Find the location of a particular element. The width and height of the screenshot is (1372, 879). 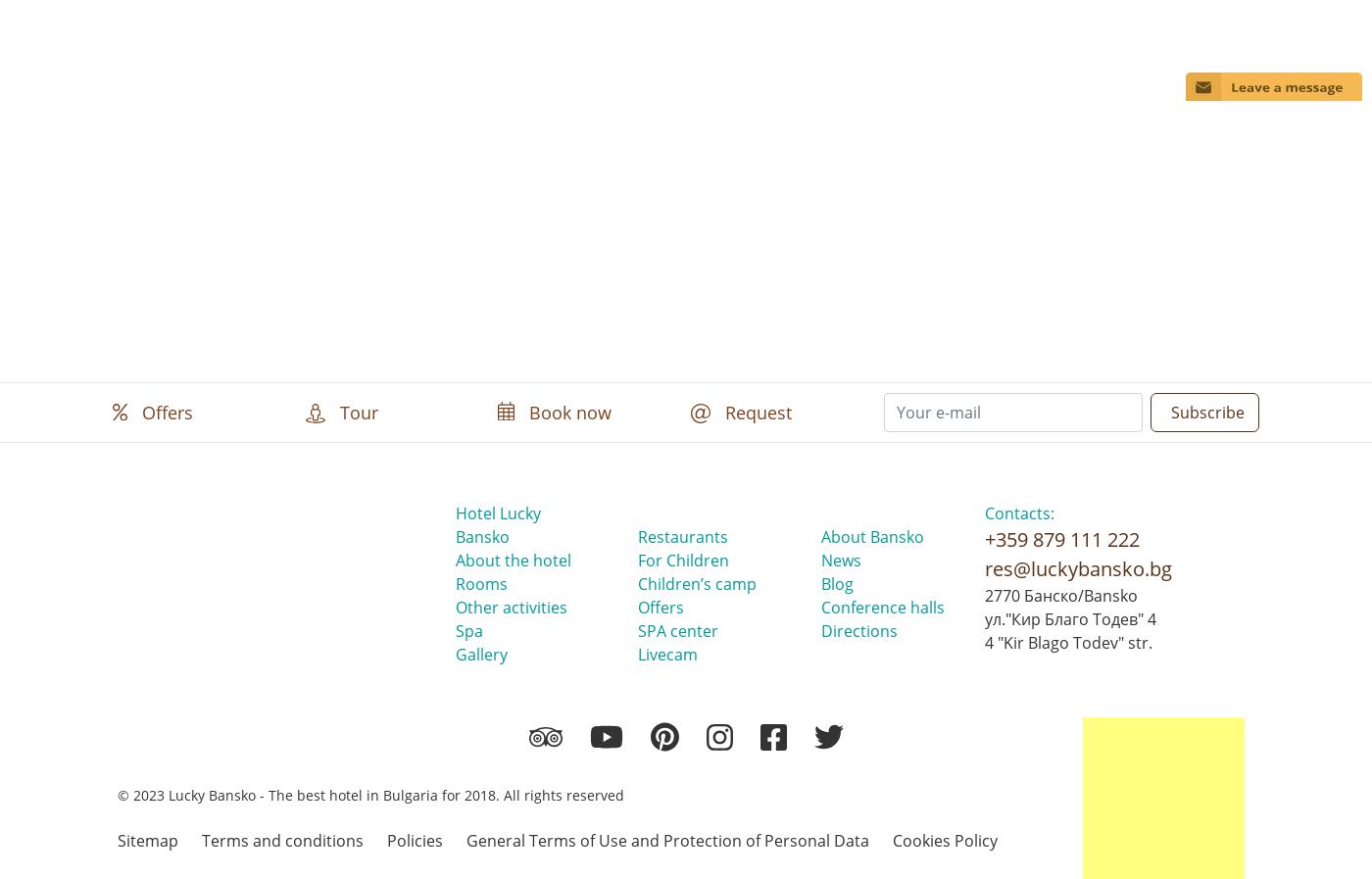

'Spa' is located at coordinates (468, 630).